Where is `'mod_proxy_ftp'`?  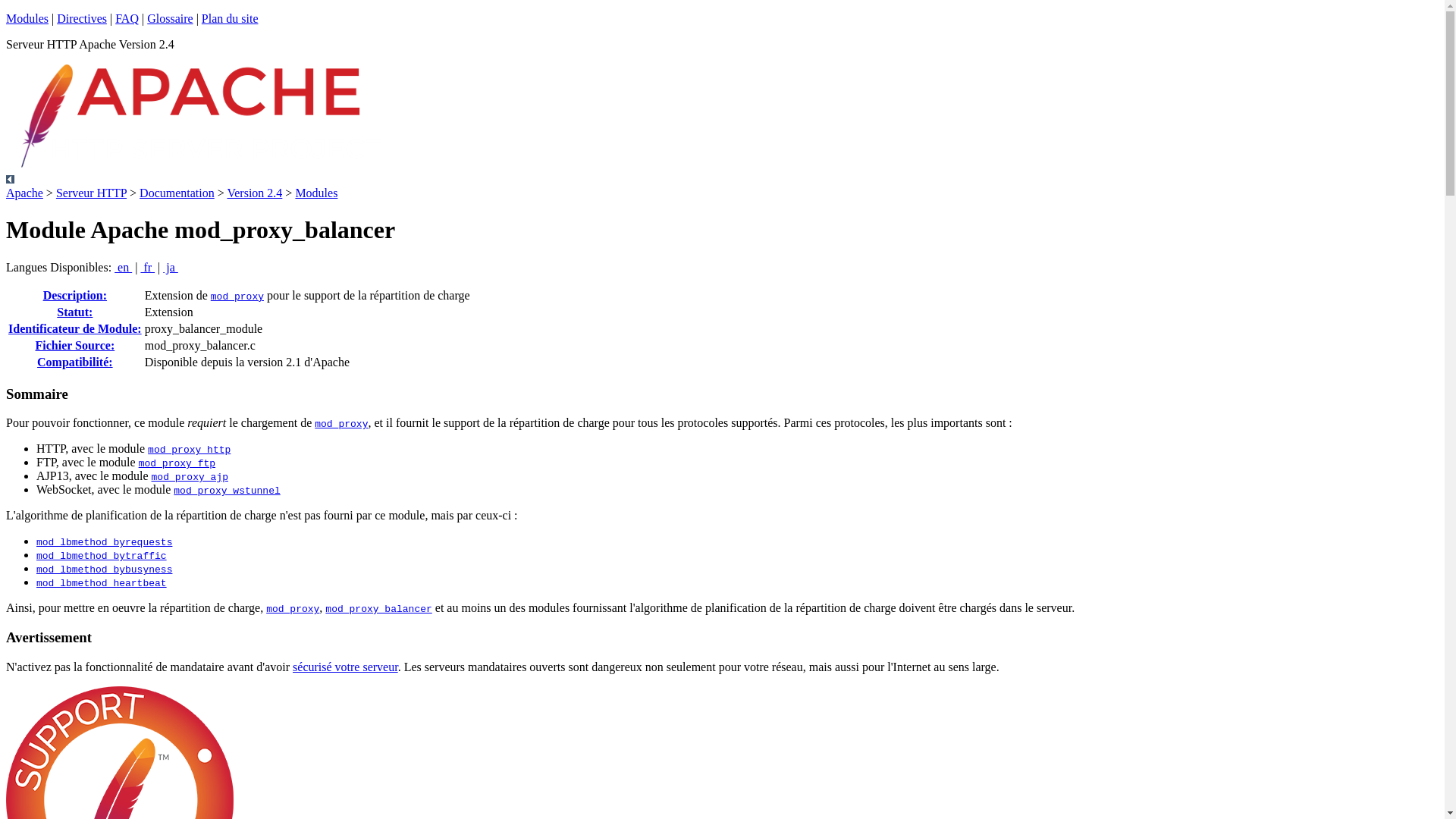 'mod_proxy_ftp' is located at coordinates (177, 463).